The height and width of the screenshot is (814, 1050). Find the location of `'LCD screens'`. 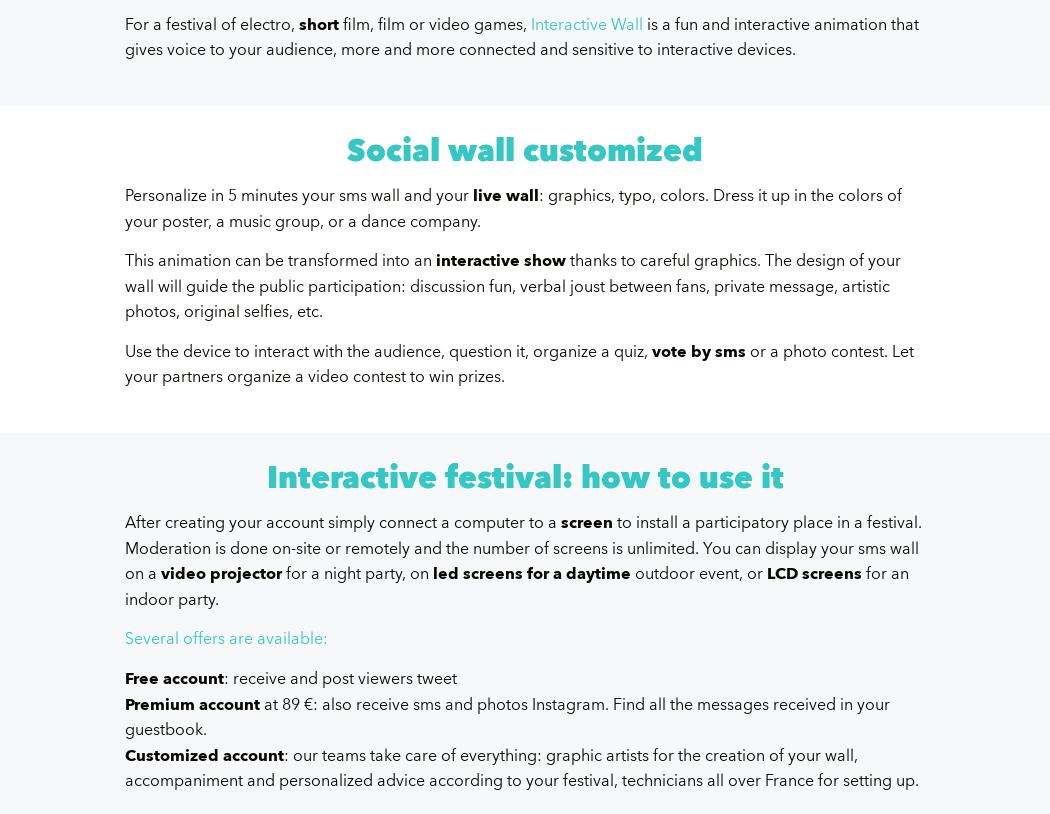

'LCD screens' is located at coordinates (767, 573).